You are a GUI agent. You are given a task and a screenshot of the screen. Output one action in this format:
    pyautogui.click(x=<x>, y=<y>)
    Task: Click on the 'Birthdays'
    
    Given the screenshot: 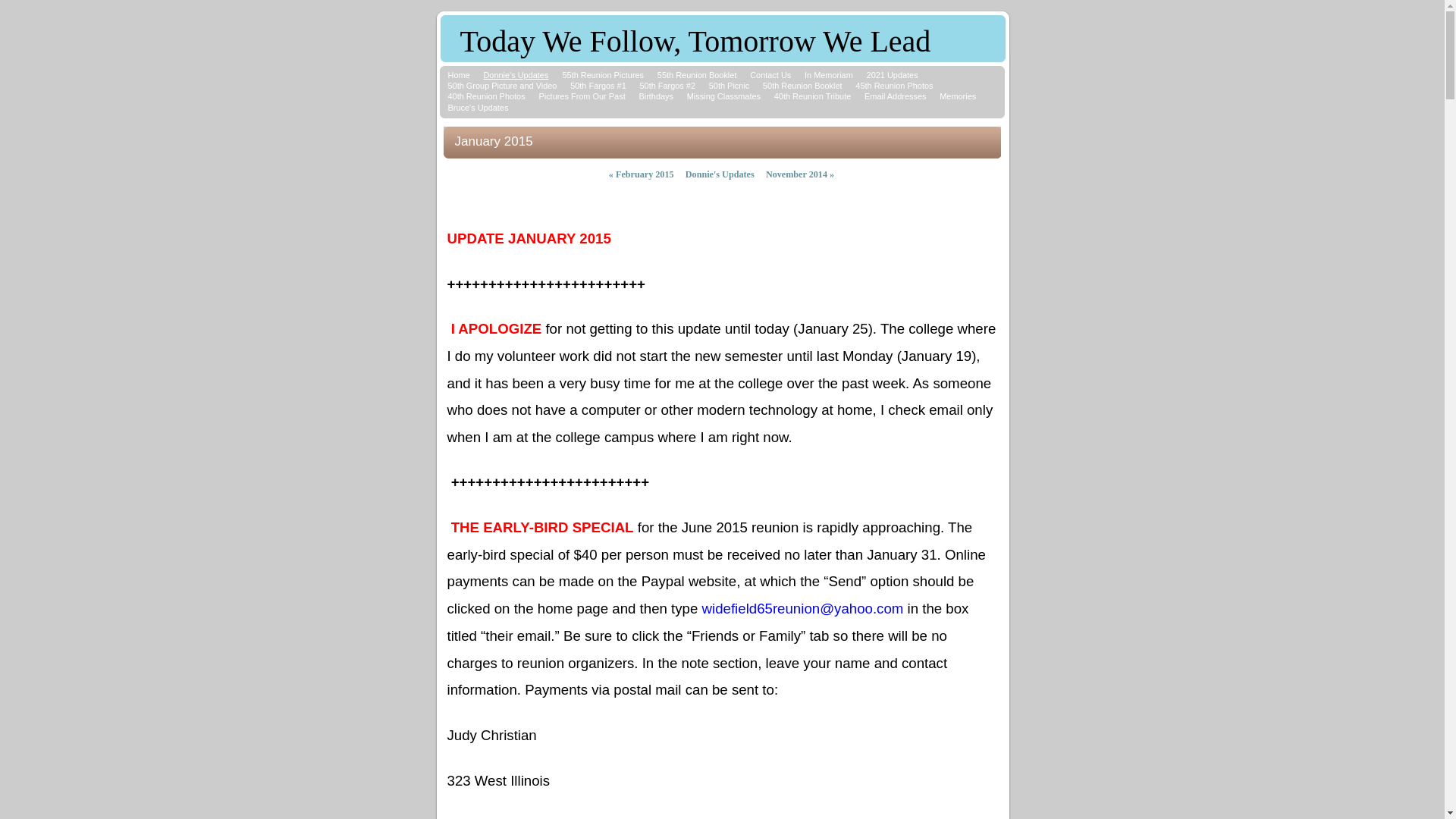 What is the action you would take?
    pyautogui.click(x=655, y=96)
    